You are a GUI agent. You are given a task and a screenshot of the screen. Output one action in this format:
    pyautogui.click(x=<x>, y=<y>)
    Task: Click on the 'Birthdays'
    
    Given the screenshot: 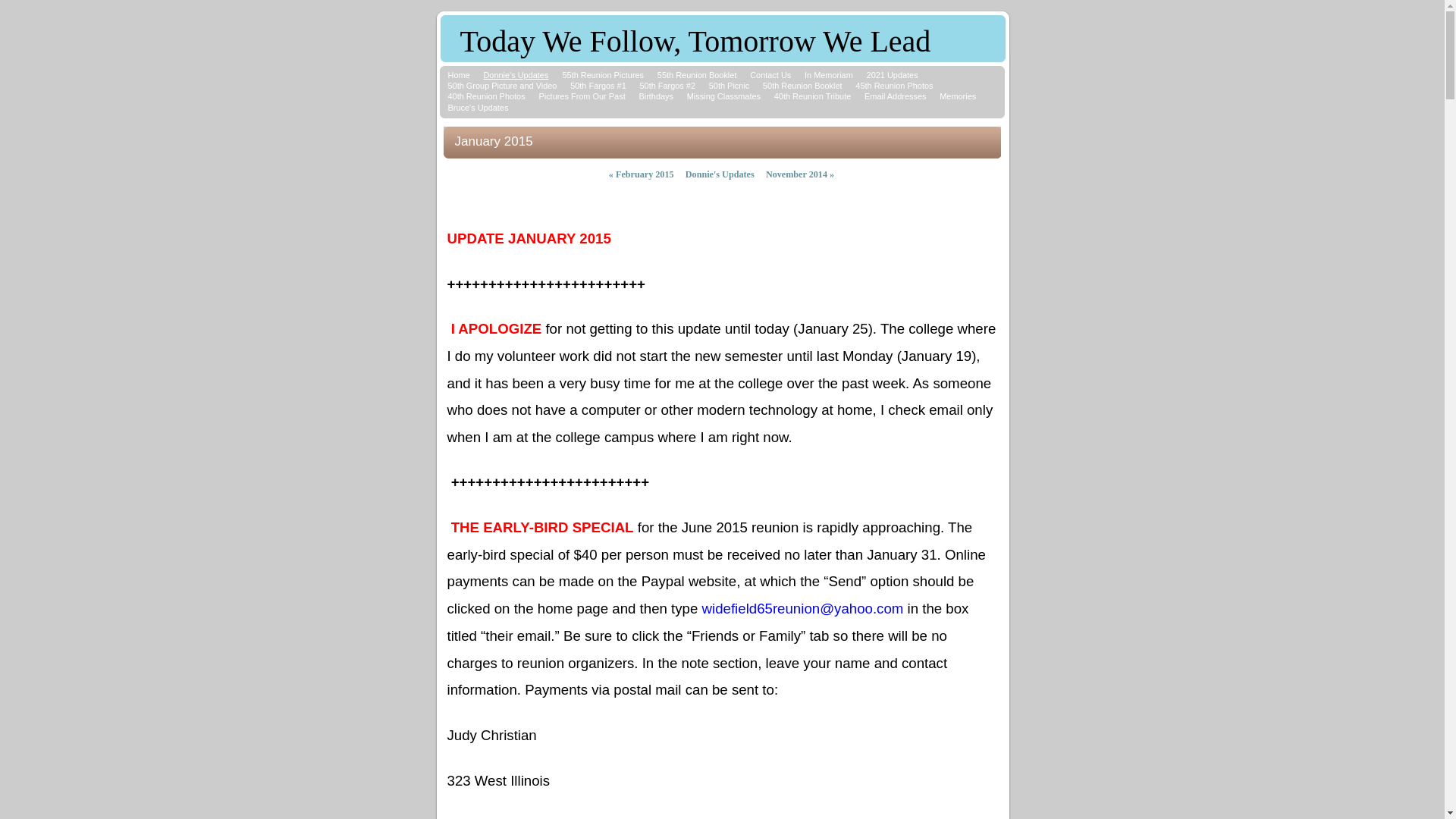 What is the action you would take?
    pyautogui.click(x=655, y=96)
    